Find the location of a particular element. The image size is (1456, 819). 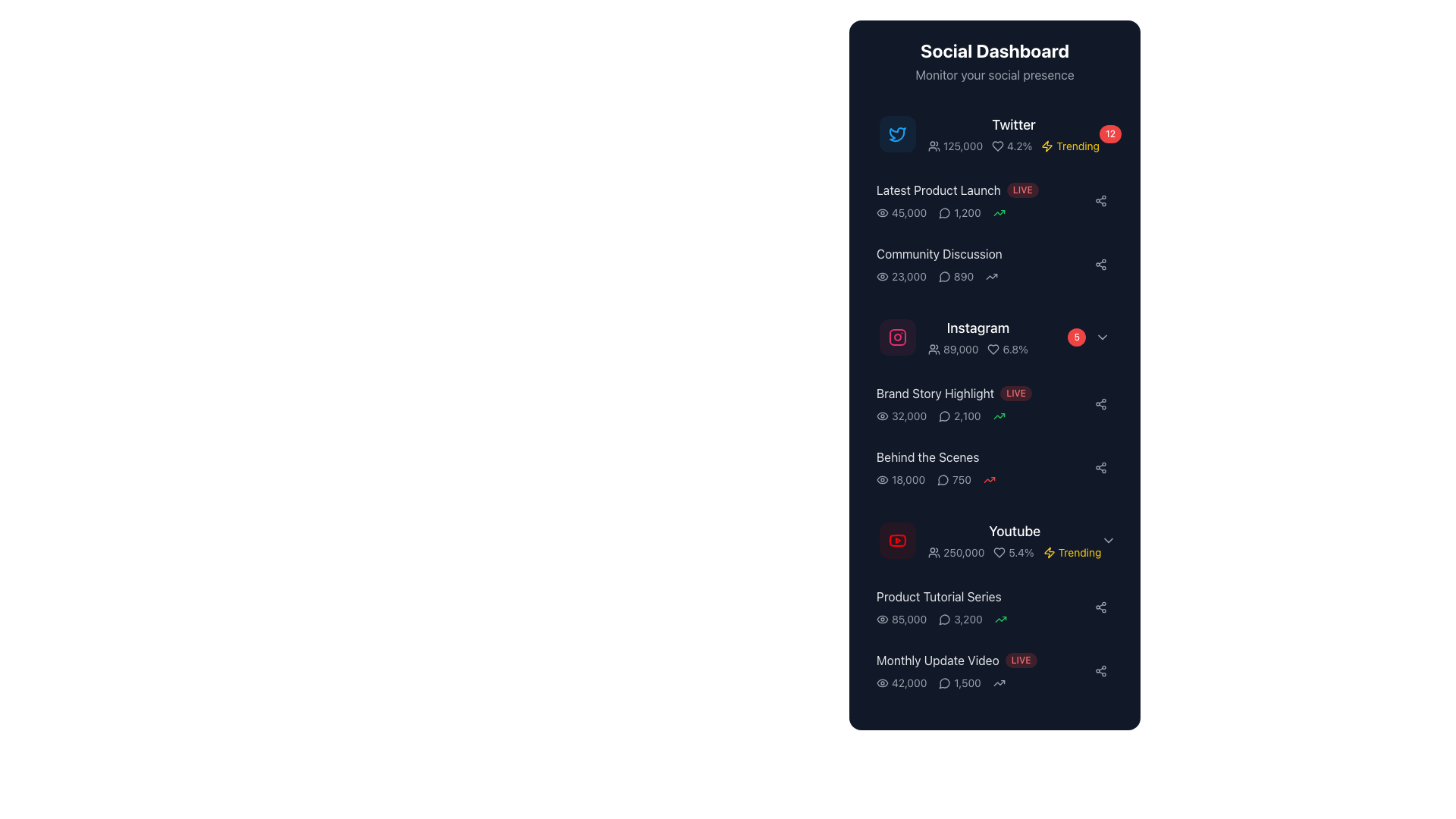

the sharing icon button located in the rightmost position of the 'Latest Product Launch' row is located at coordinates (1100, 200).